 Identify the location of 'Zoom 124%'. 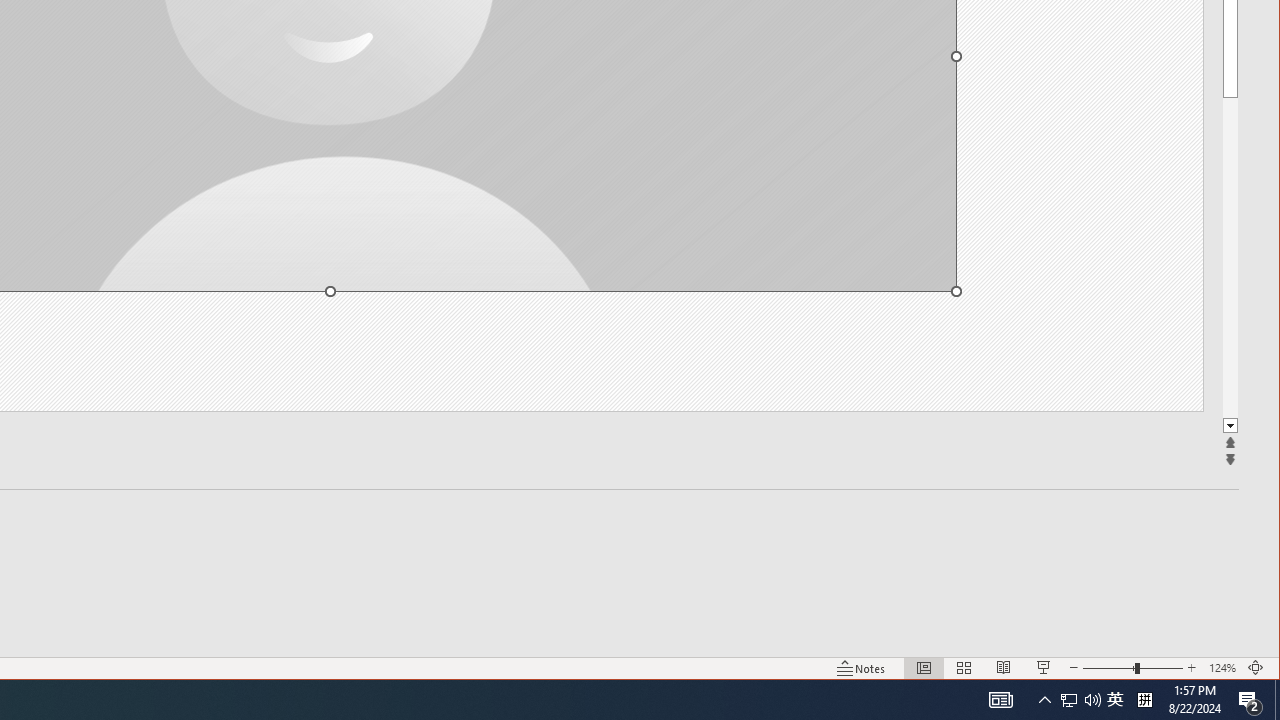
(1221, 668).